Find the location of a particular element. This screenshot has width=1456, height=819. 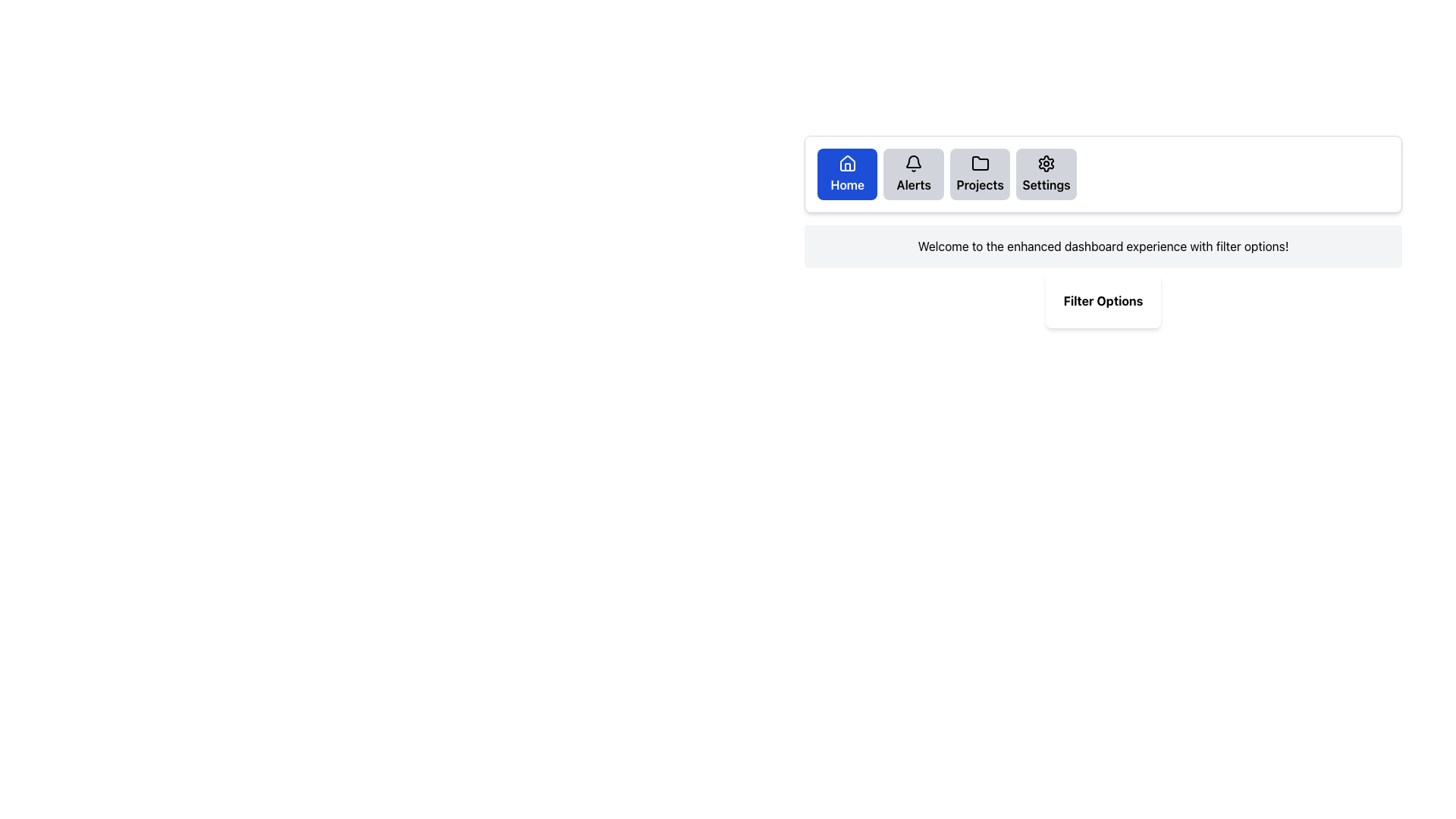

the 'Alerts' button, which is a rectangular button with a light gray background, rounded corners, a black bell icon at the top center, and the text 'Alerts' in bold black font below the icon is located at coordinates (913, 174).